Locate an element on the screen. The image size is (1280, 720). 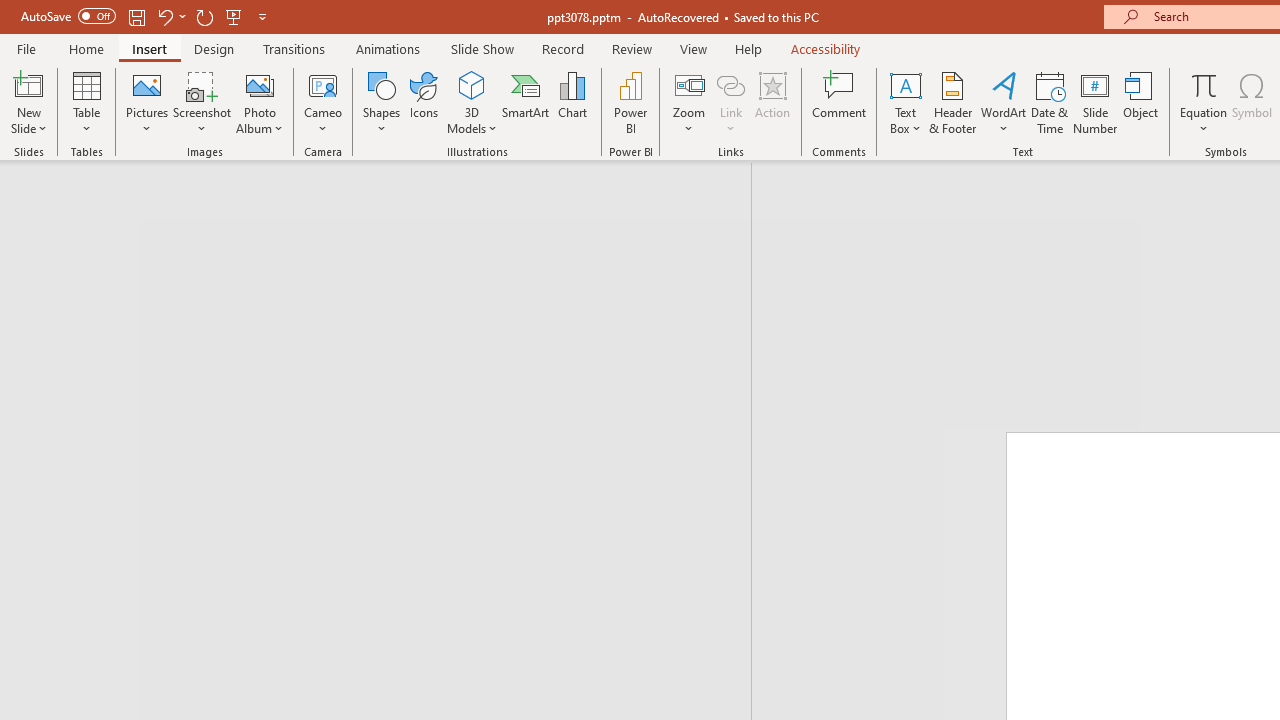
'SmartArt...' is located at coordinates (526, 103).